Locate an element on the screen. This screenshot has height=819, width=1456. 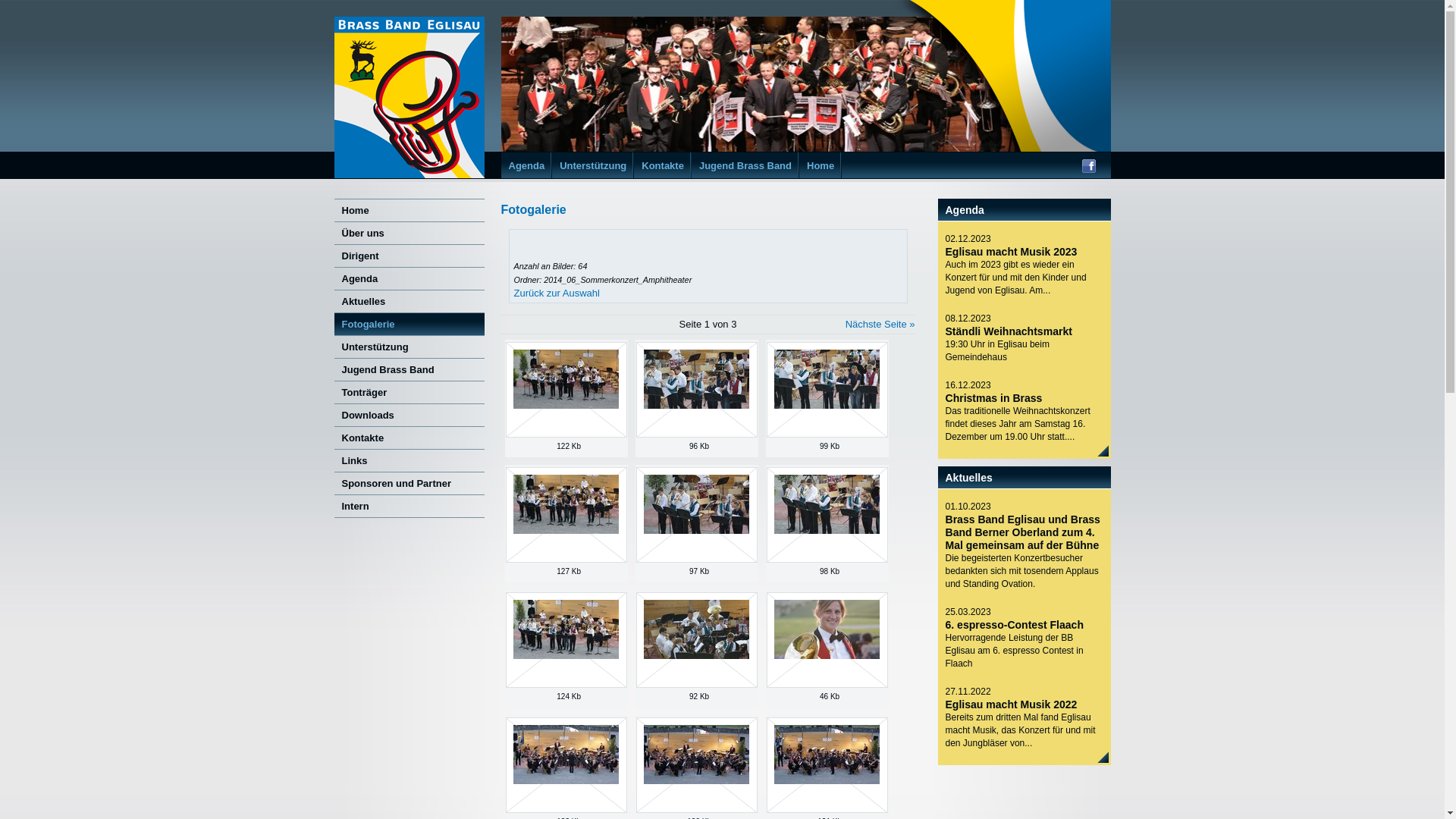
'Jugend Brass Band' is located at coordinates (408, 369).